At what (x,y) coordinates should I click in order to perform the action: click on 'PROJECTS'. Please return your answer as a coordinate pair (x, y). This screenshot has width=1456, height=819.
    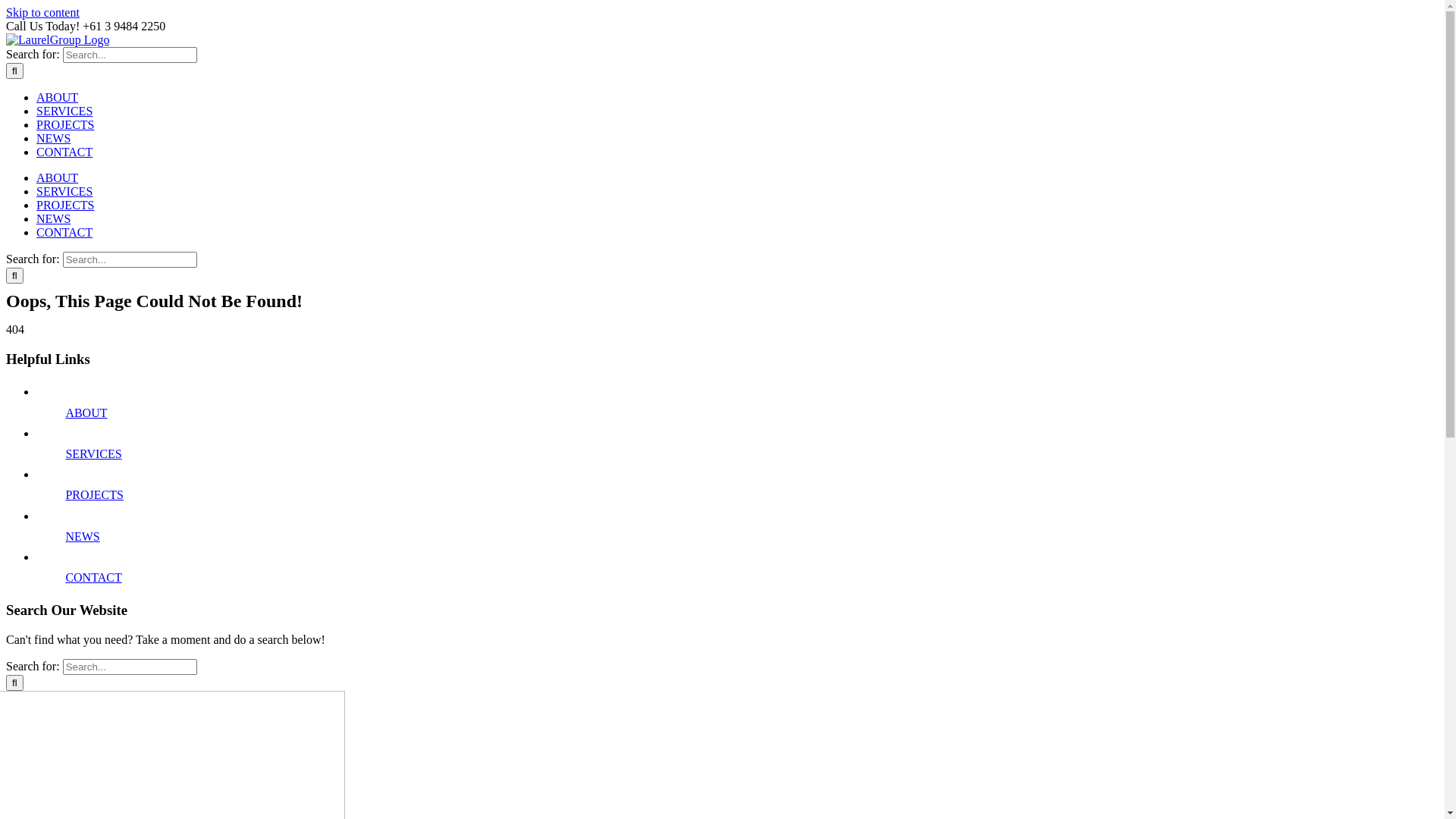
    Looking at the image, I should click on (64, 124).